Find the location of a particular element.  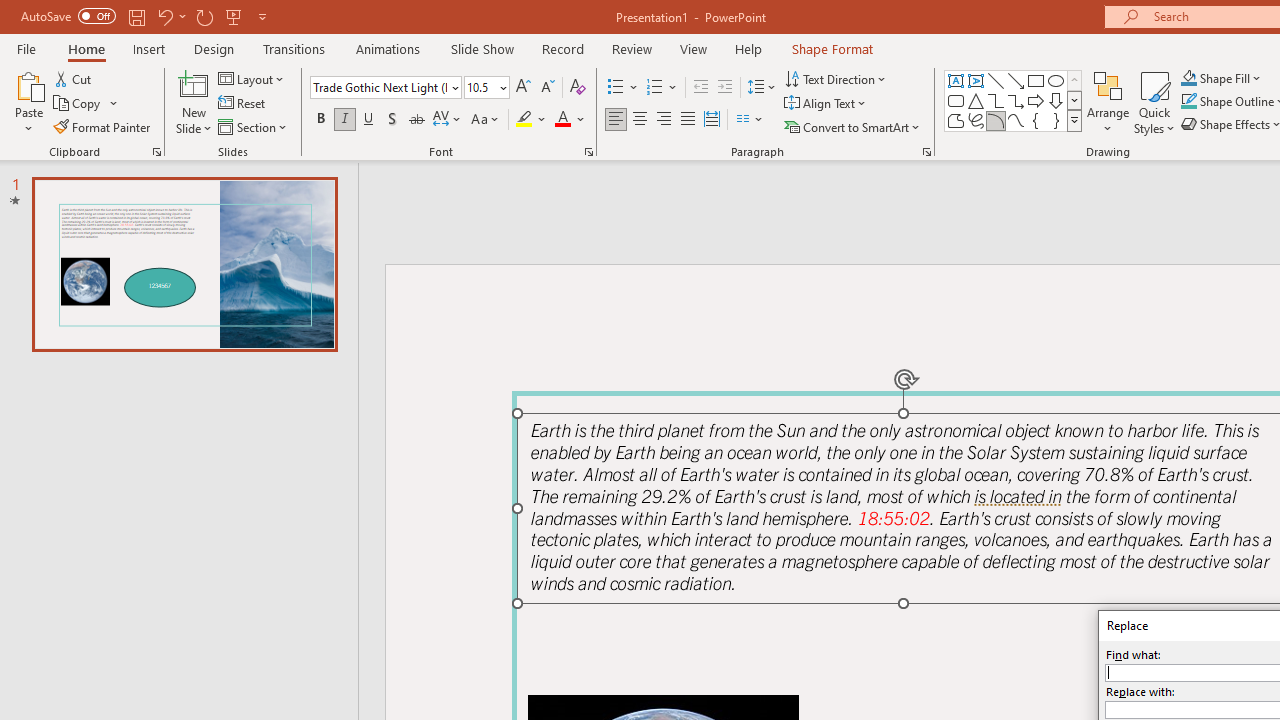

'Text Highlight Color' is located at coordinates (531, 119).